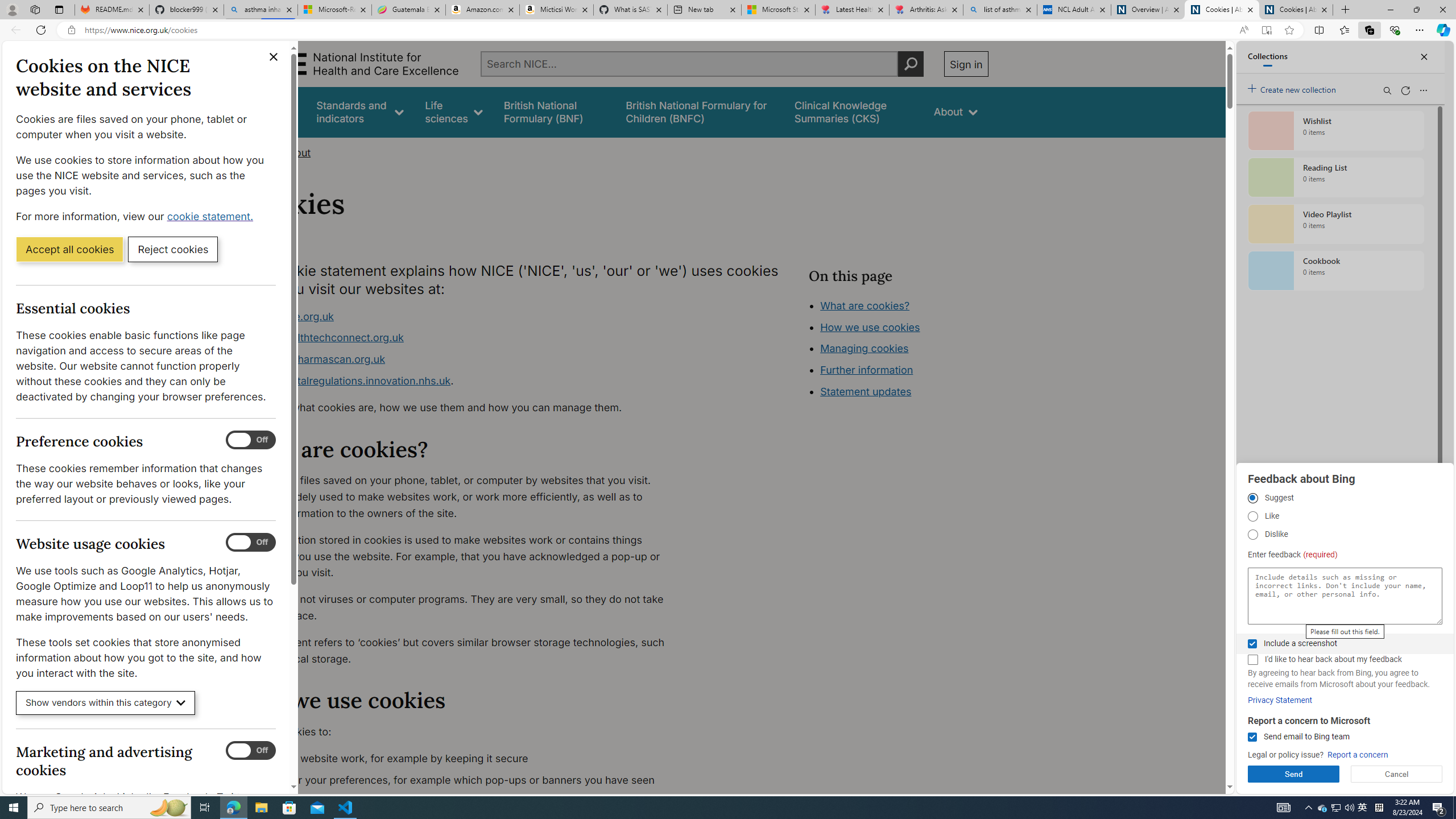 Image resolution: width=1456 pixels, height=819 pixels. Describe the element at coordinates (1252, 534) in the screenshot. I see `'Dislike'` at that location.